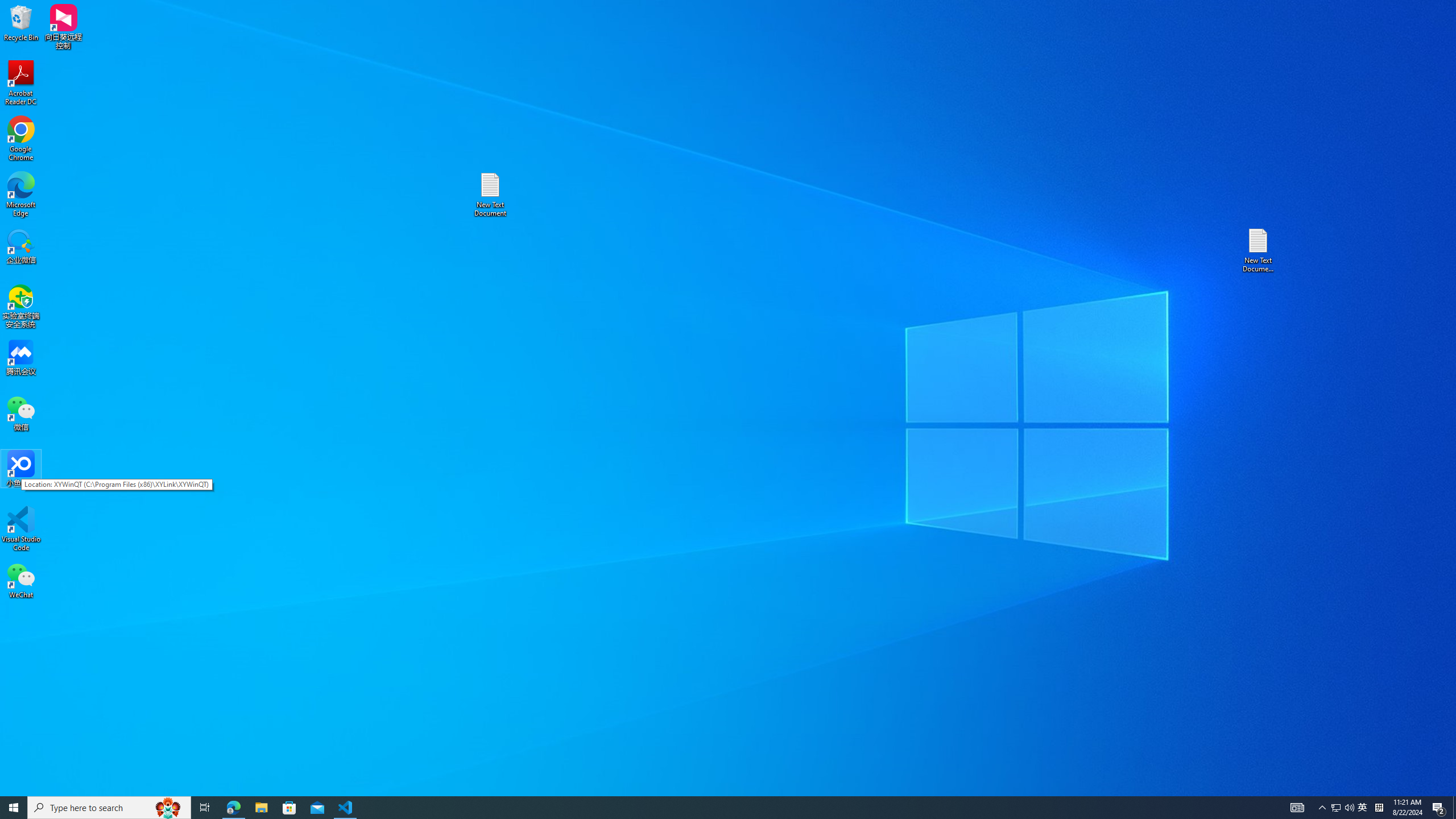 Image resolution: width=1456 pixels, height=819 pixels. What do you see at coordinates (20, 580) in the screenshot?
I see `'WeChat'` at bounding box center [20, 580].